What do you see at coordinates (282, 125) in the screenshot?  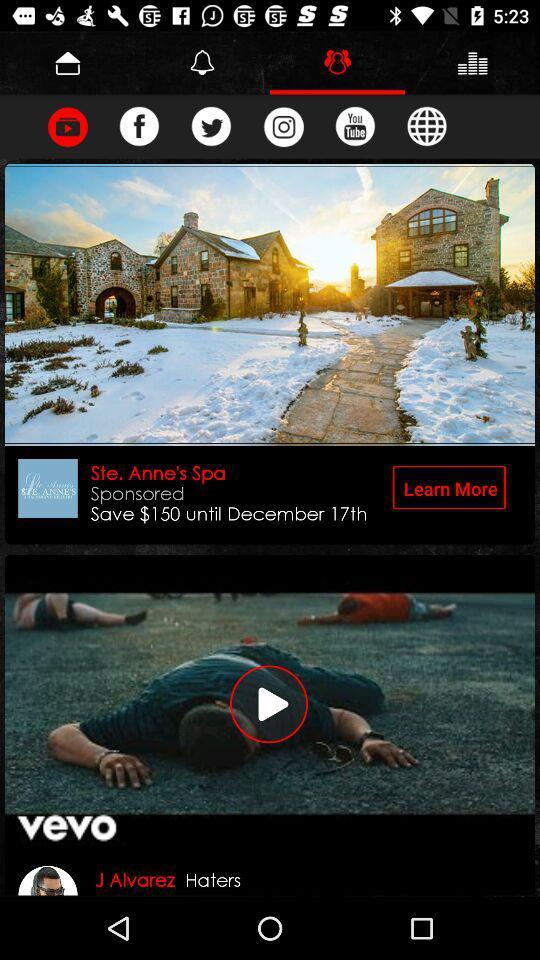 I see `the photo icon` at bounding box center [282, 125].